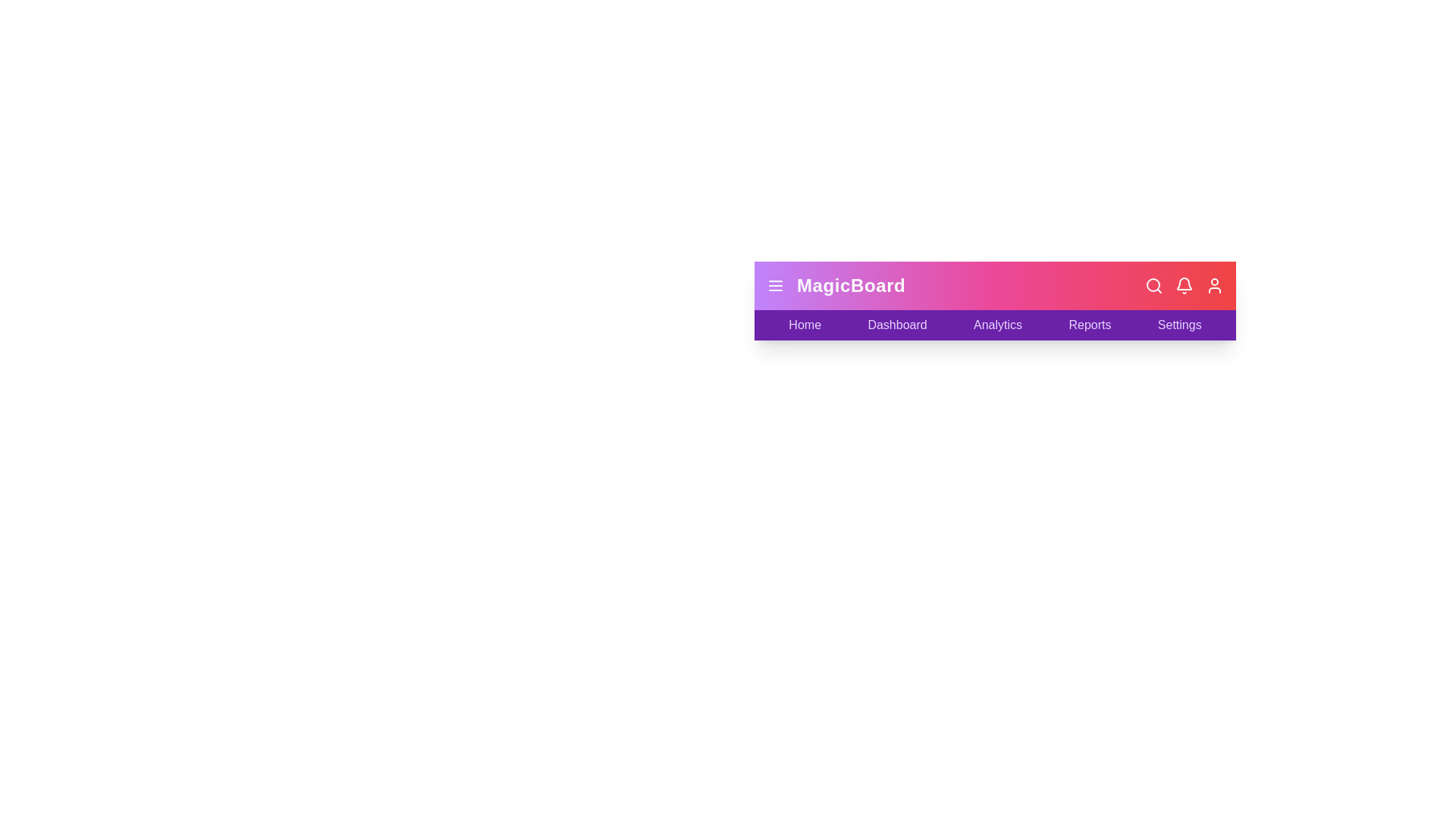 This screenshot has width=1456, height=819. What do you see at coordinates (1178, 324) in the screenshot?
I see `the Settings label to navigate to the respective section` at bounding box center [1178, 324].